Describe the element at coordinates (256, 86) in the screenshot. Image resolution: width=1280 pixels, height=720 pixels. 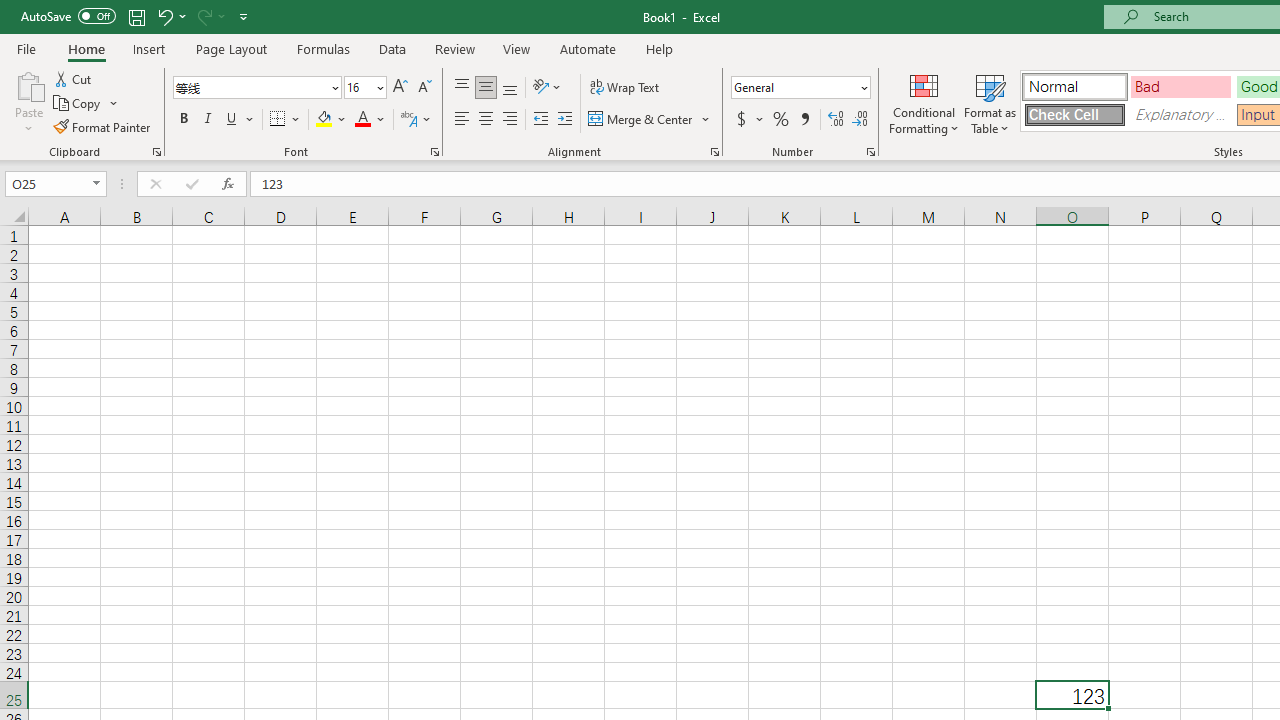
I see `'Font'` at that location.